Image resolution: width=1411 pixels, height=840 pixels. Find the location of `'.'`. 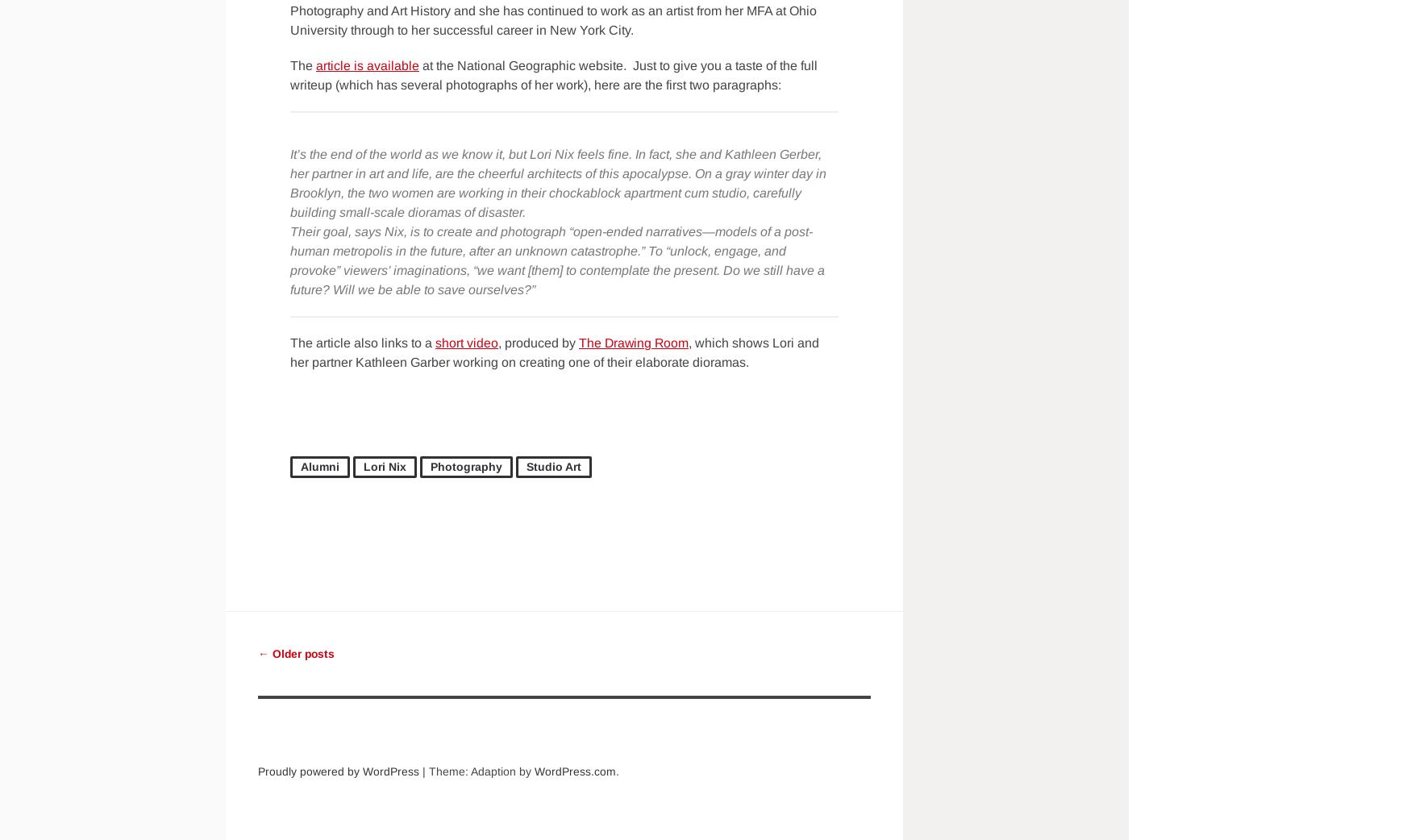

'.' is located at coordinates (616, 771).